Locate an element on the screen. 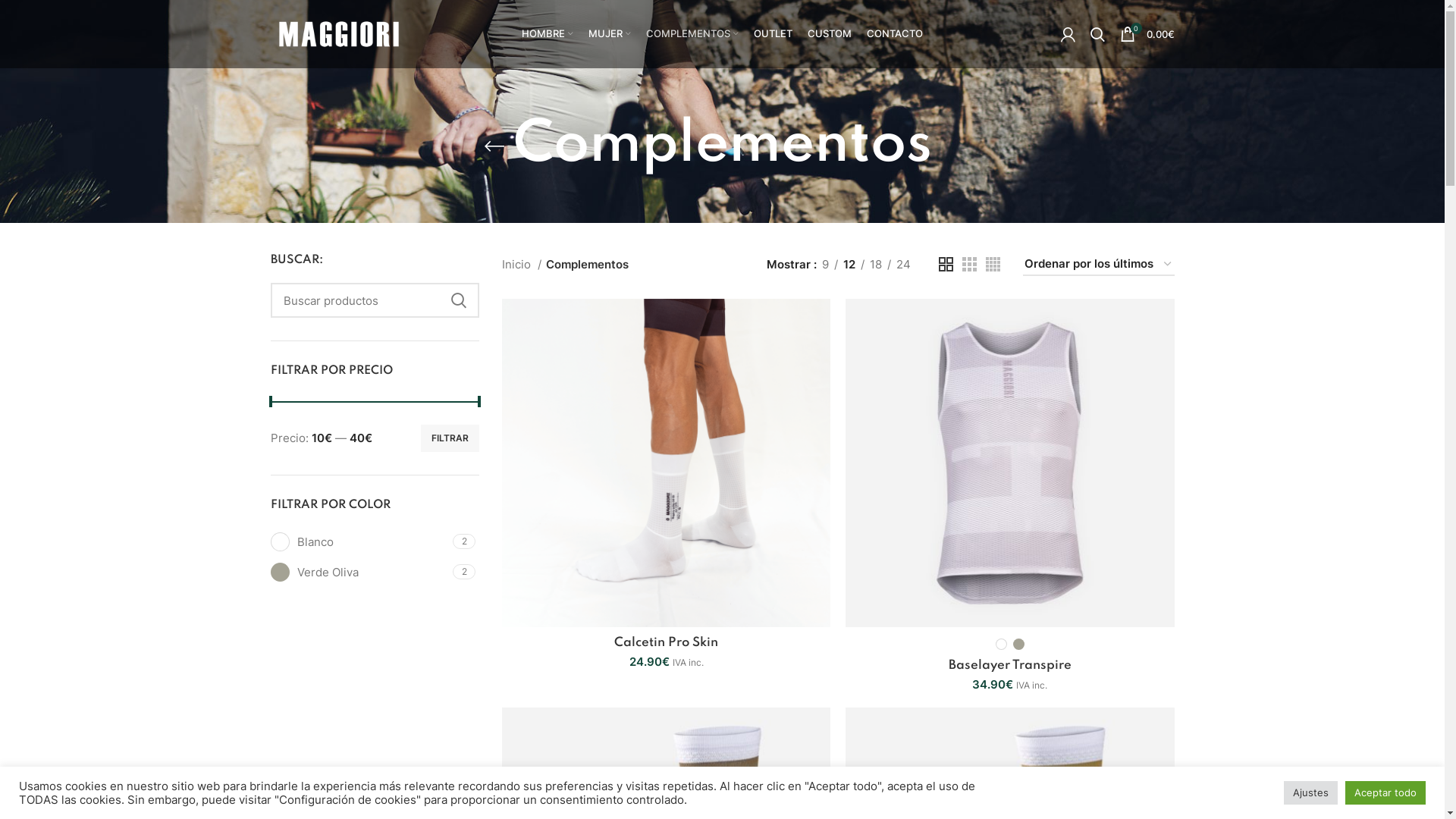 The image size is (1456, 819). 'HOMBRE' is located at coordinates (546, 34).